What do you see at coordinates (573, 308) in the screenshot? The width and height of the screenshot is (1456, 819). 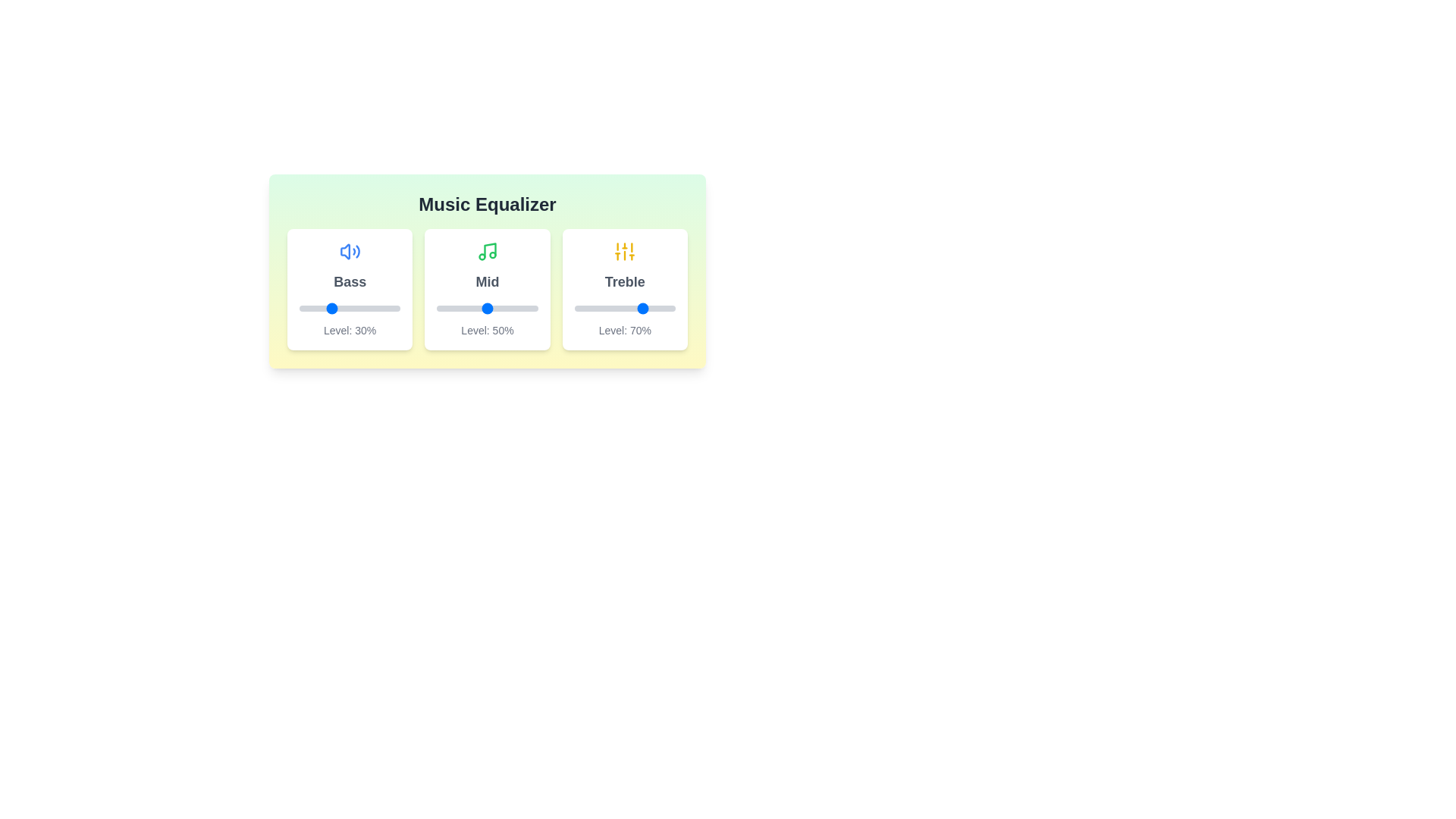 I see `the Treble slider to set its value to 0` at bounding box center [573, 308].